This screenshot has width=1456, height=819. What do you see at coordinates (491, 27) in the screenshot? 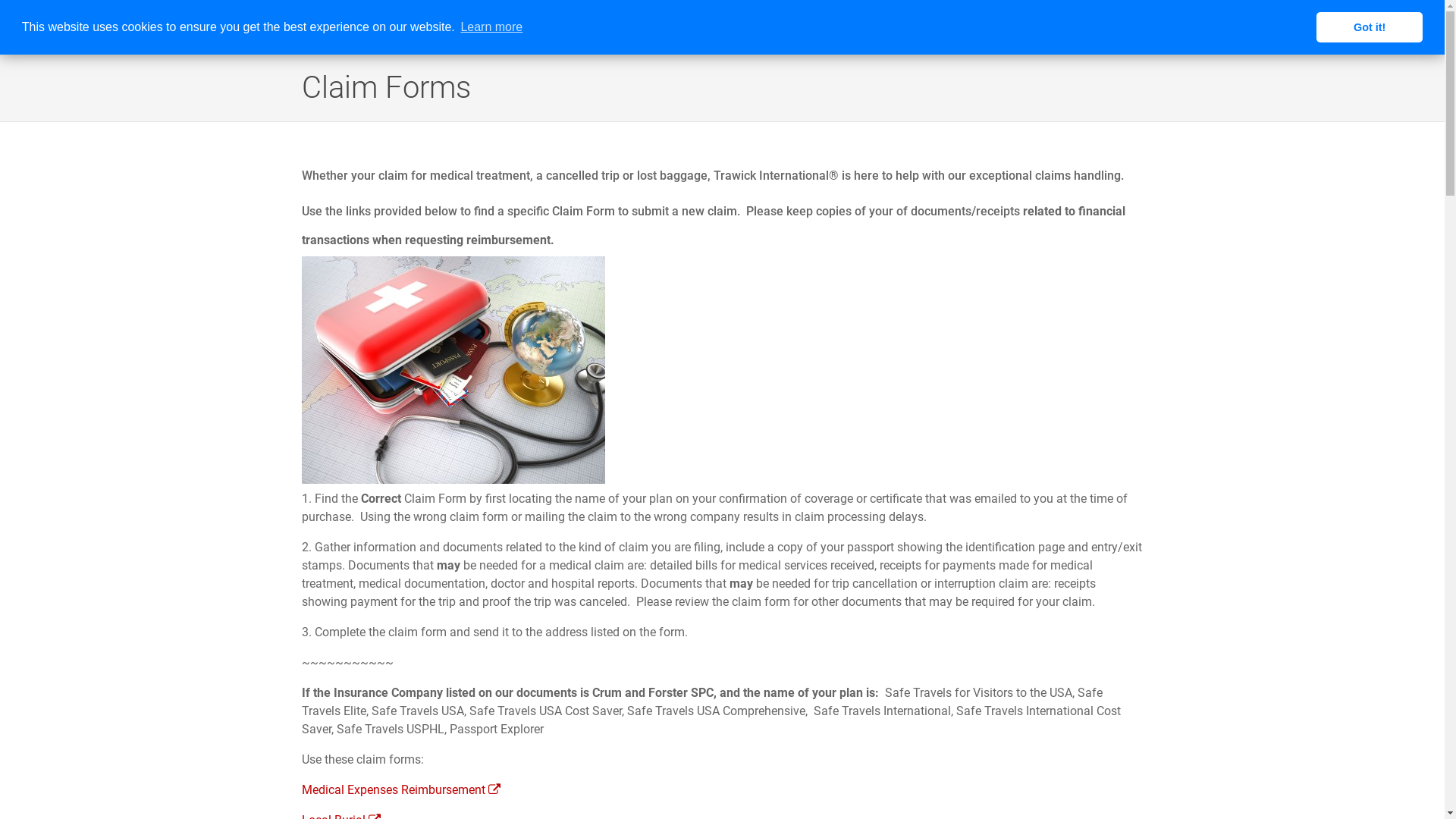
I see `'Learn more'` at bounding box center [491, 27].